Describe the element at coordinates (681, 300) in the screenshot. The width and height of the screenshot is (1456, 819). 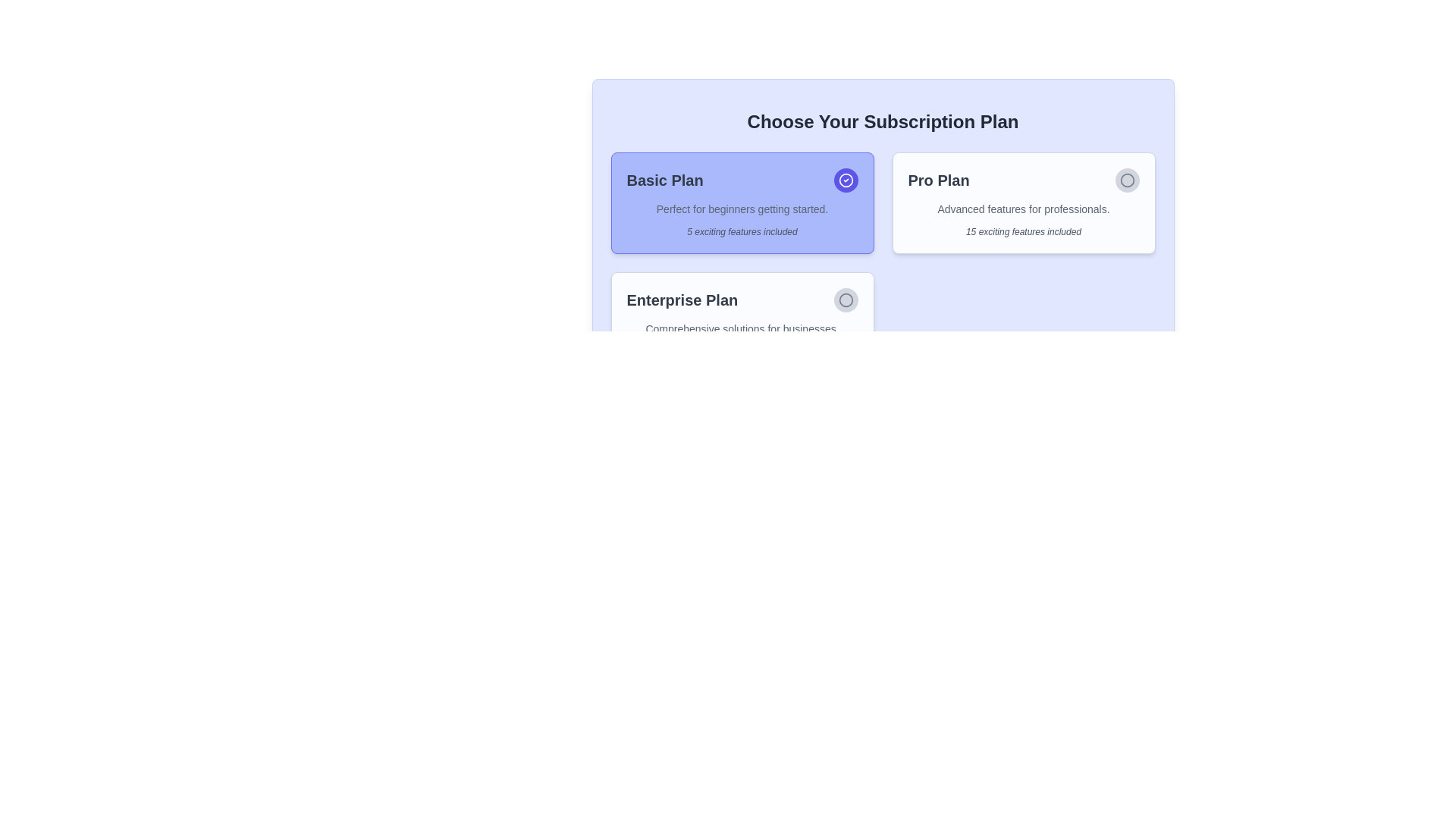
I see `the bold text label displaying 'Enterprise Plan', which is located at the top-left corner of the subscription plan card` at that location.